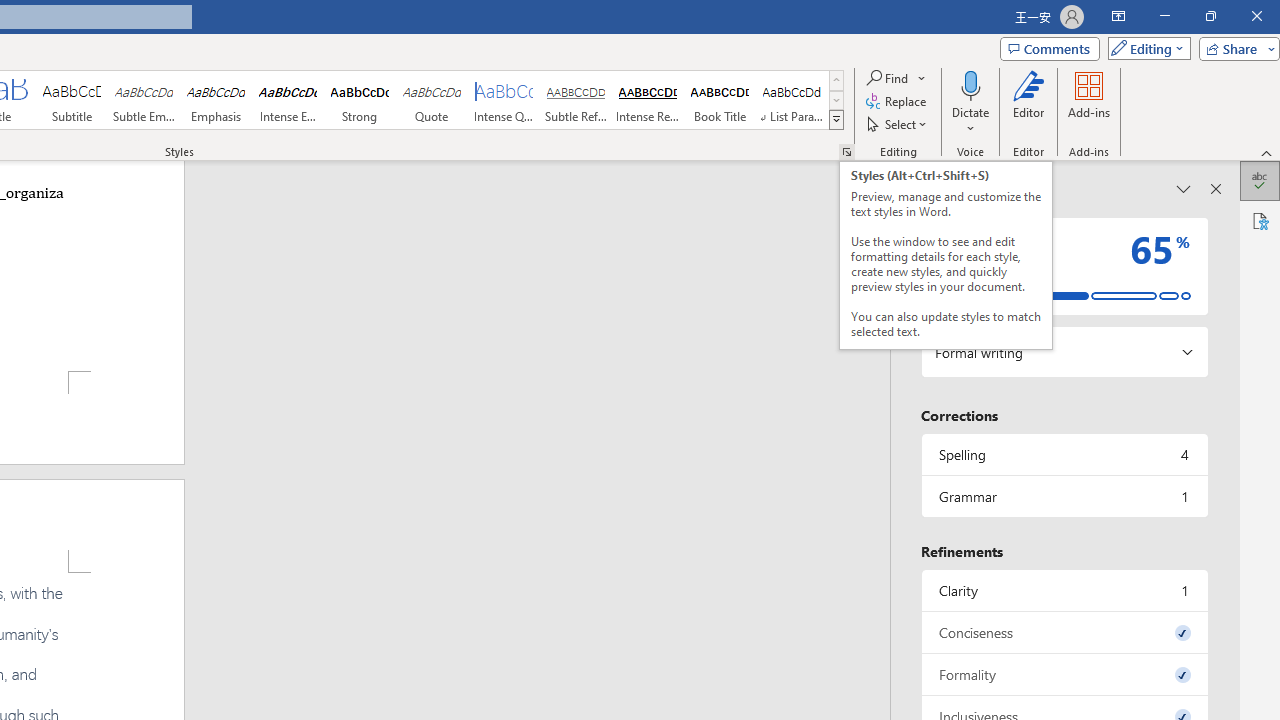 This screenshot has width=1280, height=720. What do you see at coordinates (836, 120) in the screenshot?
I see `'Styles'` at bounding box center [836, 120].